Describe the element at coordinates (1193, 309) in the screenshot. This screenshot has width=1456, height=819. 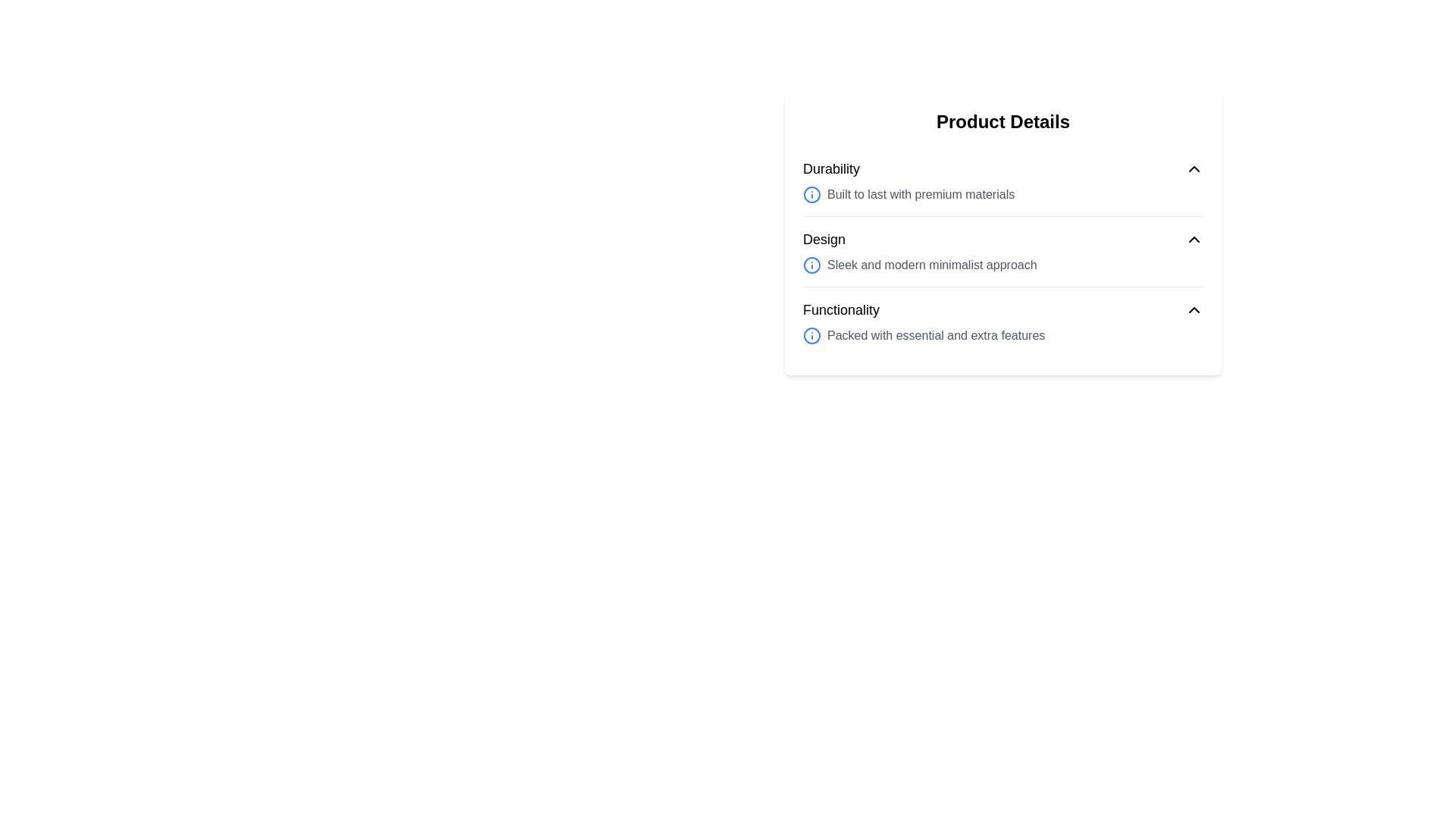
I see `the chevron icon on the far right of the 'Functionality' section` at that location.